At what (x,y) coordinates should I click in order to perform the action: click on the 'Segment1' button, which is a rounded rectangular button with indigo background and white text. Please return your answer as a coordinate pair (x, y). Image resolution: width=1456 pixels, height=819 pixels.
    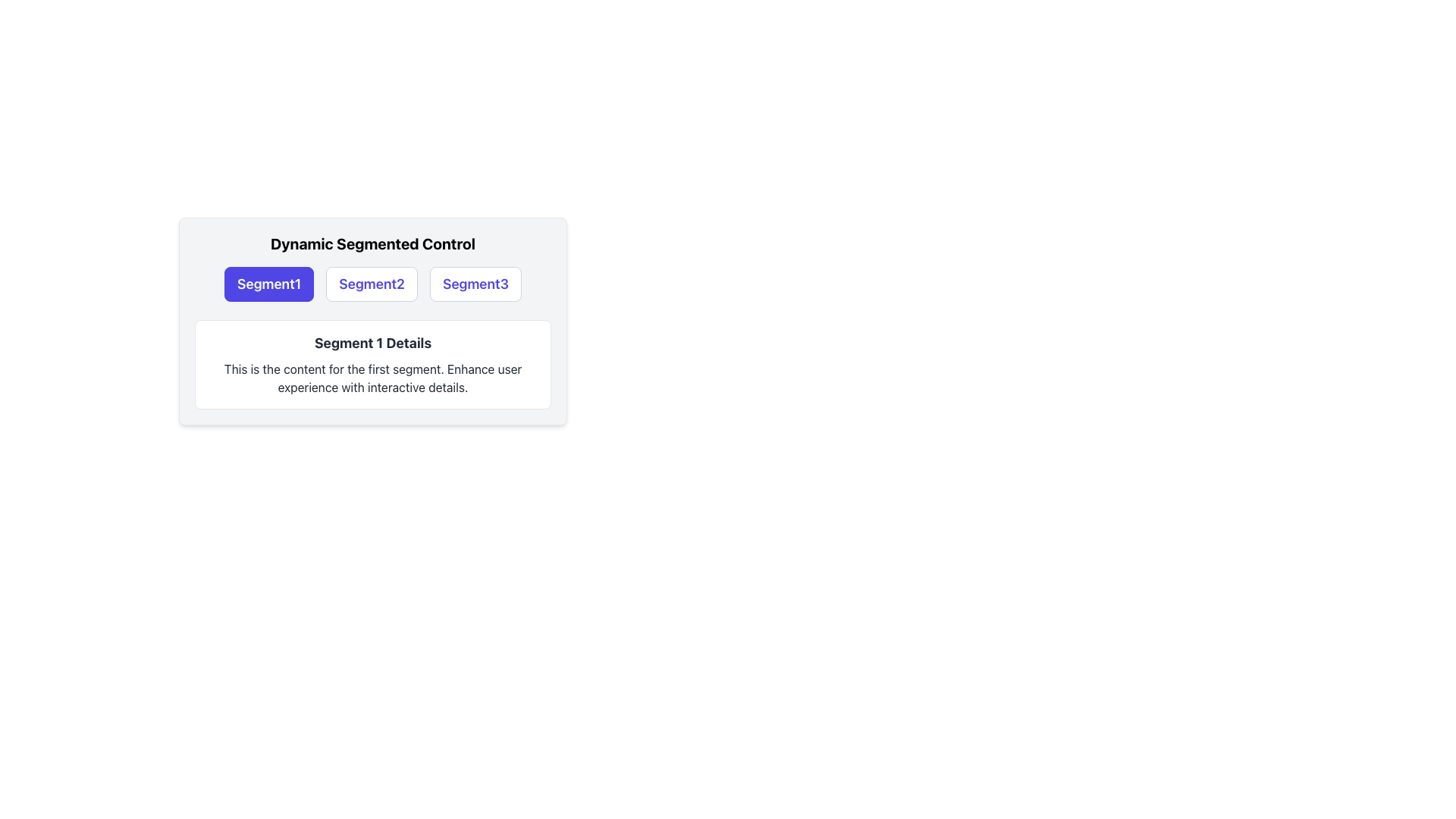
    Looking at the image, I should click on (269, 284).